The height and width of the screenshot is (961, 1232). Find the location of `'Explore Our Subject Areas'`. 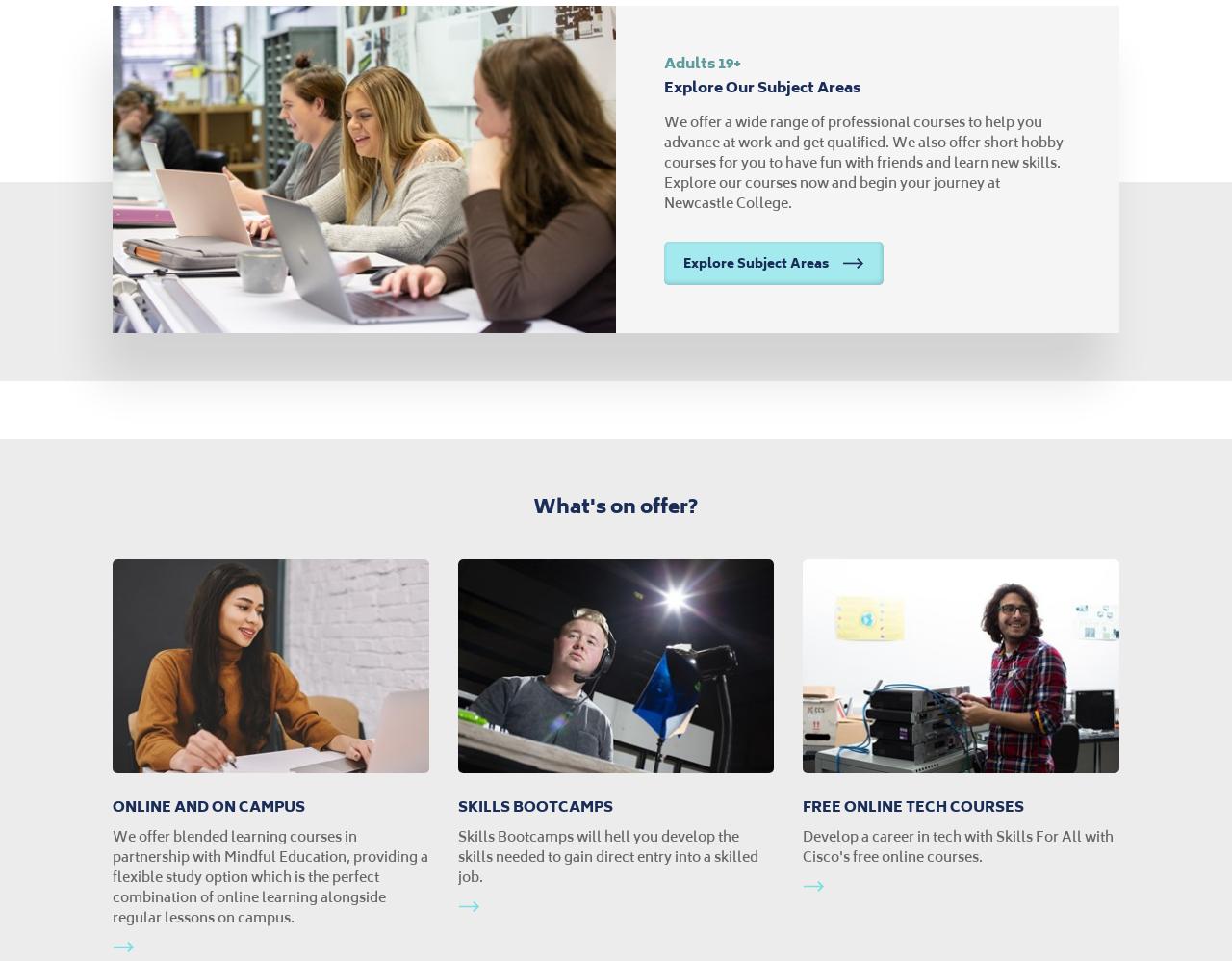

'Explore Our Subject Areas' is located at coordinates (761, 86).